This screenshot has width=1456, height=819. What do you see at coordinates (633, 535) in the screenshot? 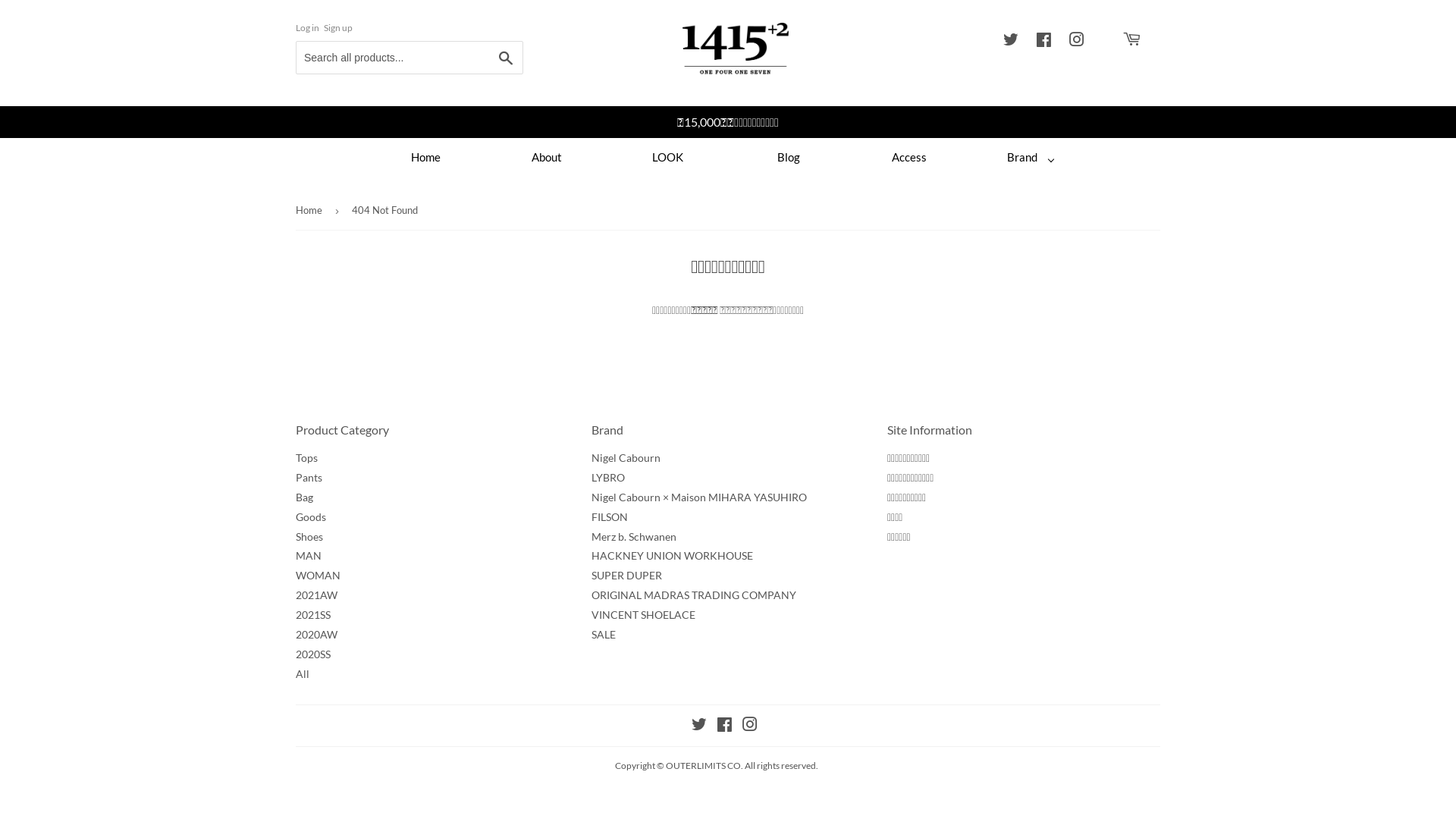
I see `'Merz b. Schwanen'` at bounding box center [633, 535].